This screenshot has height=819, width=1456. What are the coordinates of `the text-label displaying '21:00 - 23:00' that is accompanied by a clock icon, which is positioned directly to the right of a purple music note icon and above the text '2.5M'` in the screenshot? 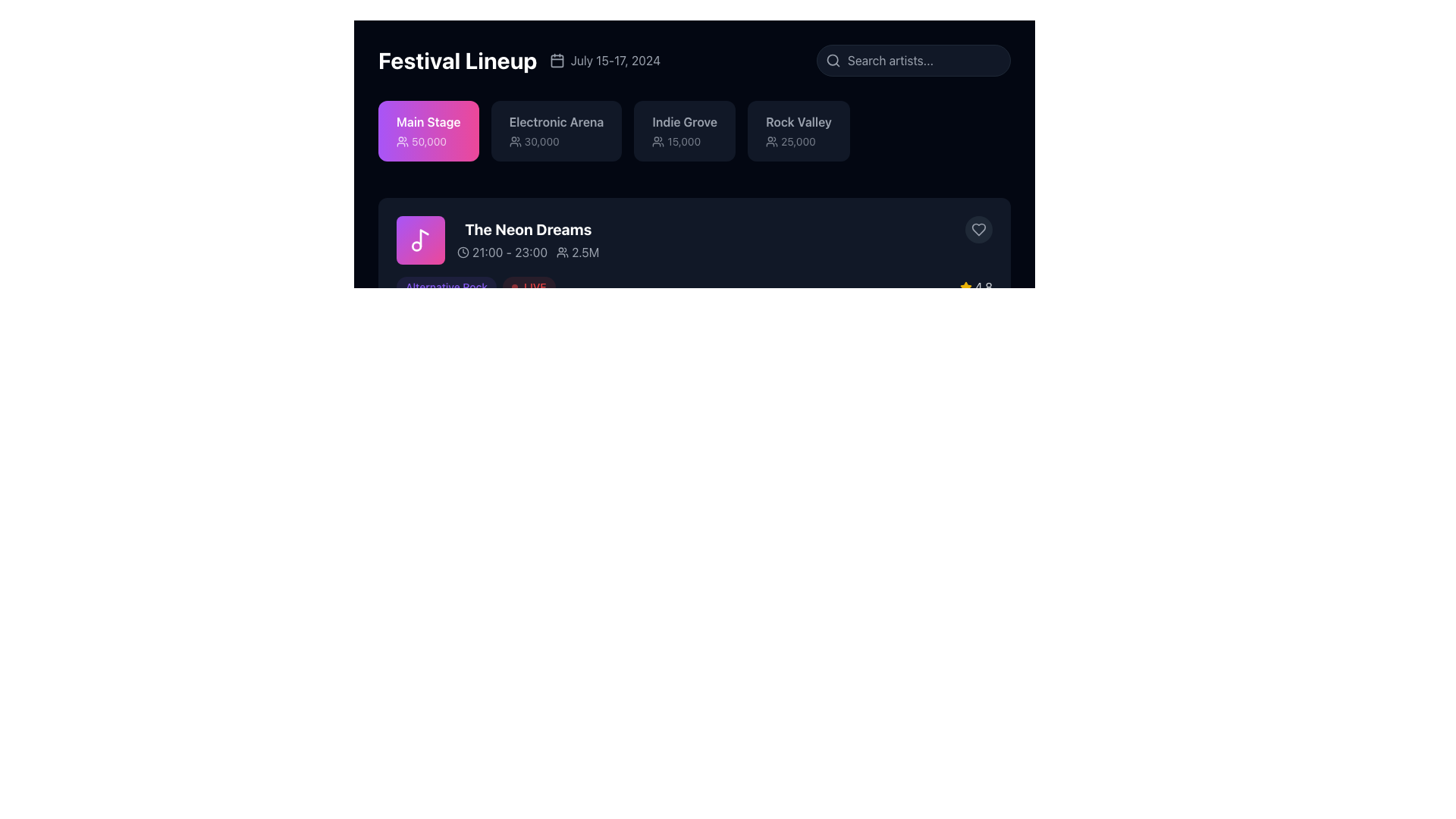 It's located at (502, 251).